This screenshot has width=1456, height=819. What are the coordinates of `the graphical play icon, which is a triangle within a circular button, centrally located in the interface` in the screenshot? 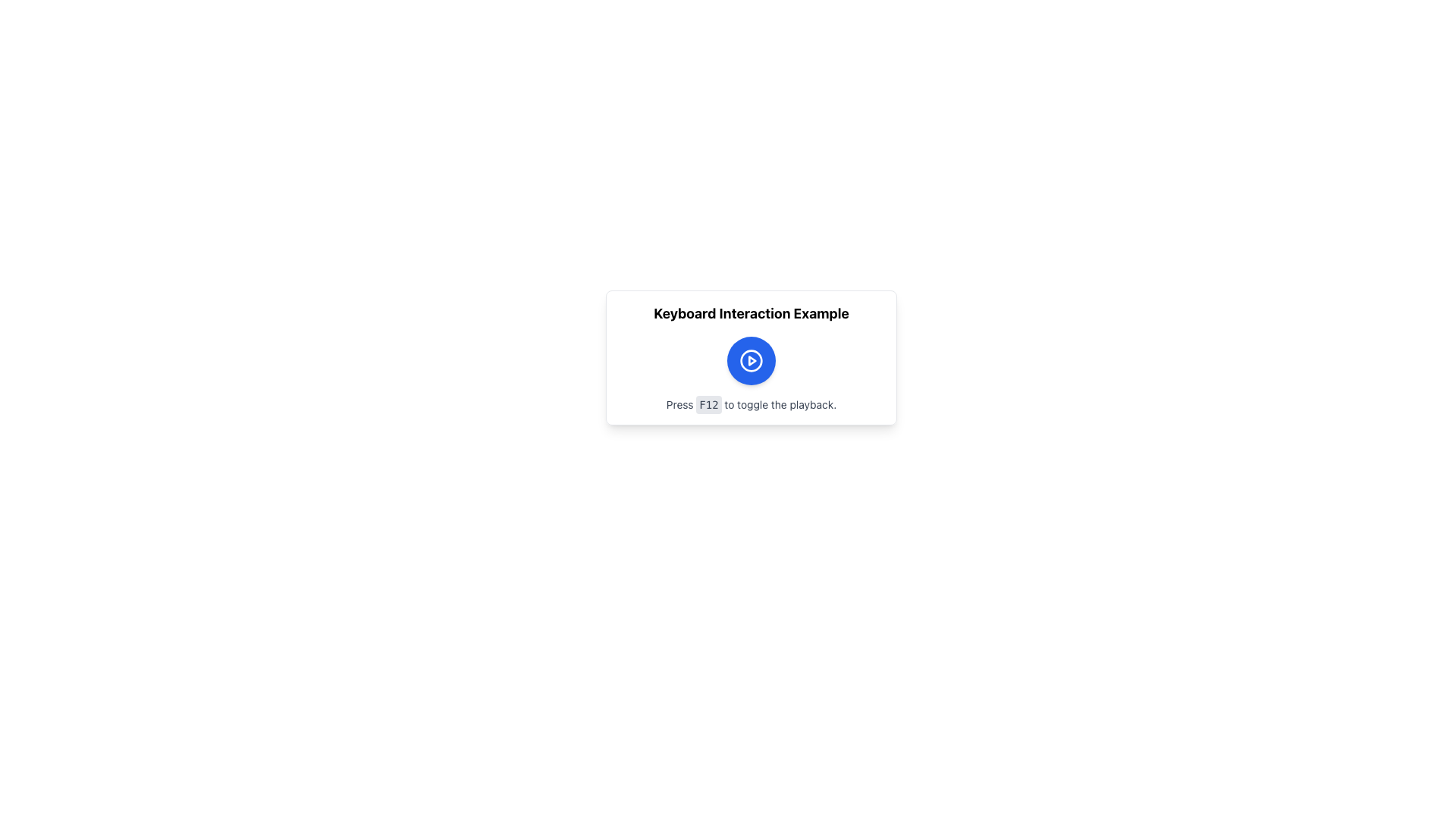 It's located at (752, 360).